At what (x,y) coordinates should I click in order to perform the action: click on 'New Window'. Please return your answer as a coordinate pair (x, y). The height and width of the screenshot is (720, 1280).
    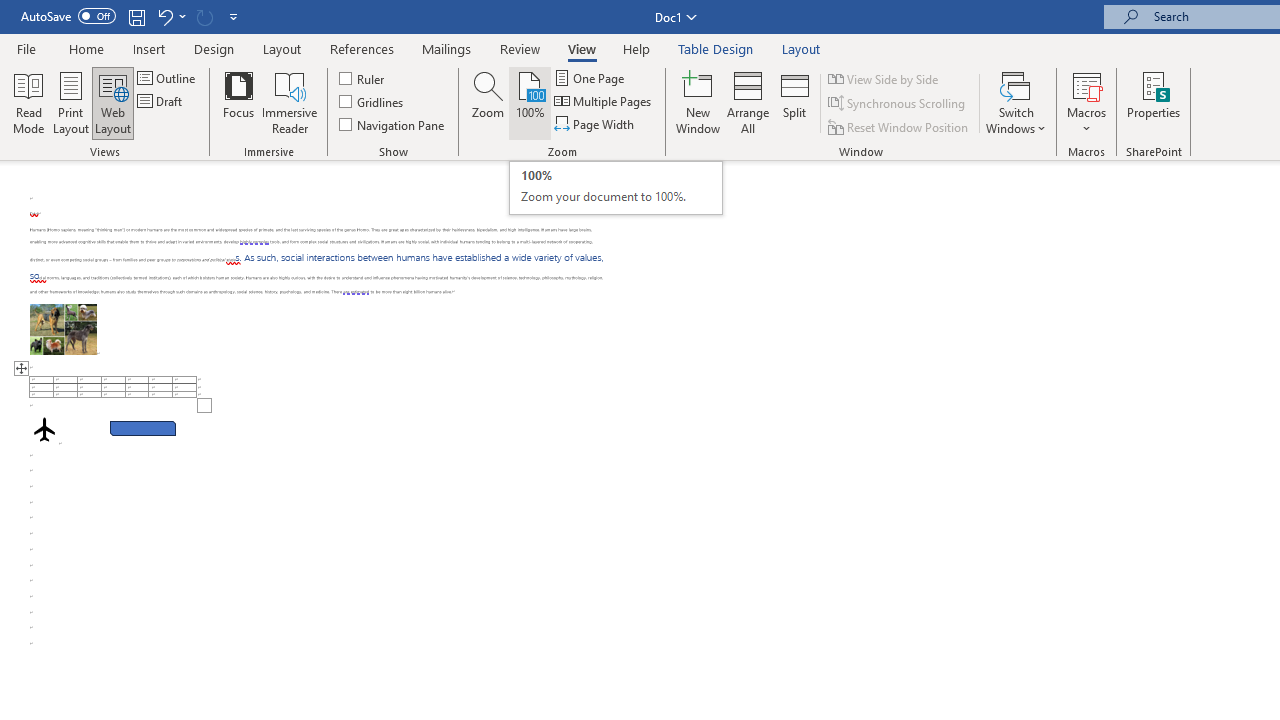
    Looking at the image, I should click on (698, 103).